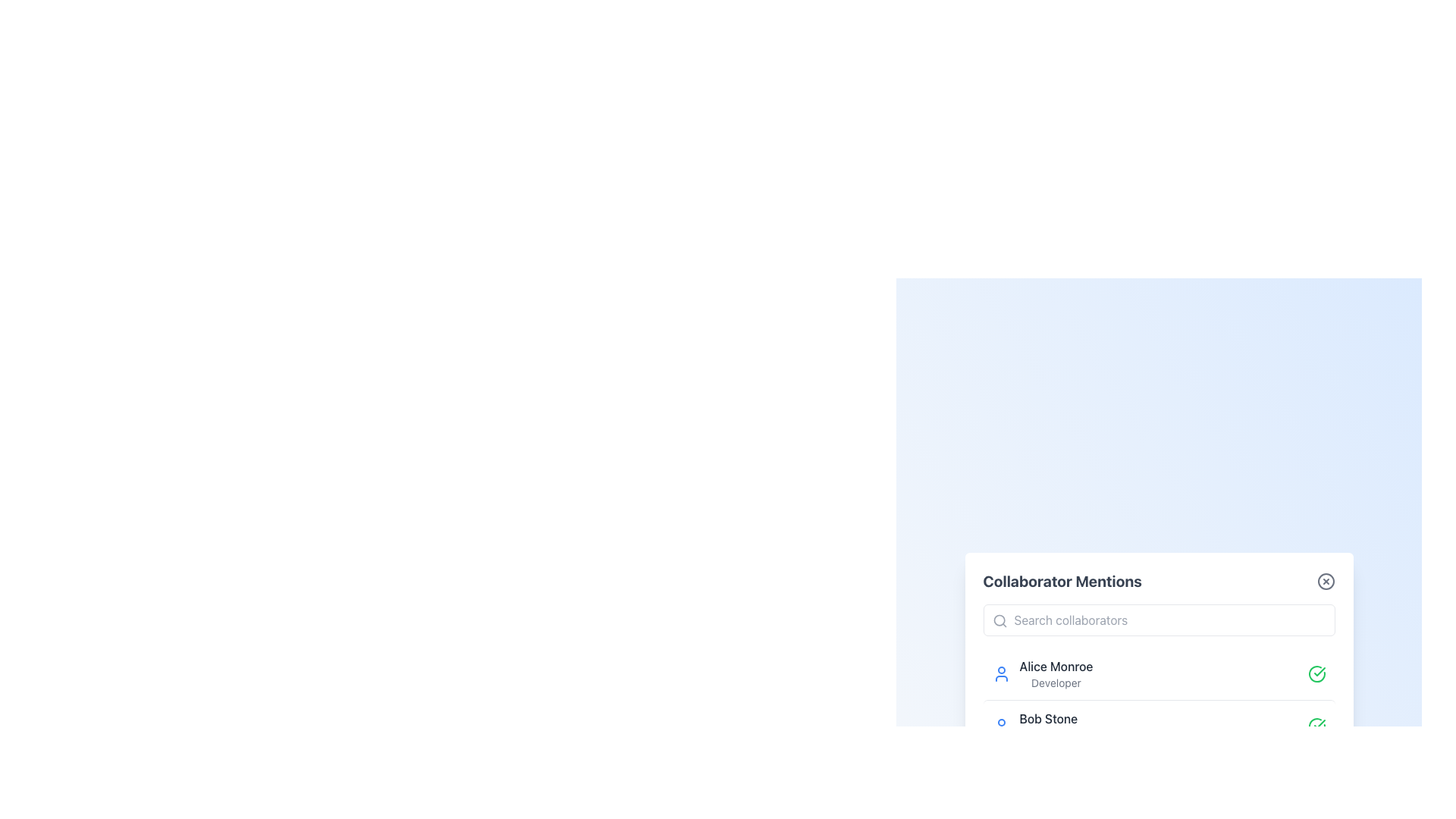 The width and height of the screenshot is (1456, 819). Describe the element at coordinates (999, 620) in the screenshot. I see `the appearance of the decorative icon located in the top-left corner of the search input field within the 'Collaborator Mentions' section` at that location.